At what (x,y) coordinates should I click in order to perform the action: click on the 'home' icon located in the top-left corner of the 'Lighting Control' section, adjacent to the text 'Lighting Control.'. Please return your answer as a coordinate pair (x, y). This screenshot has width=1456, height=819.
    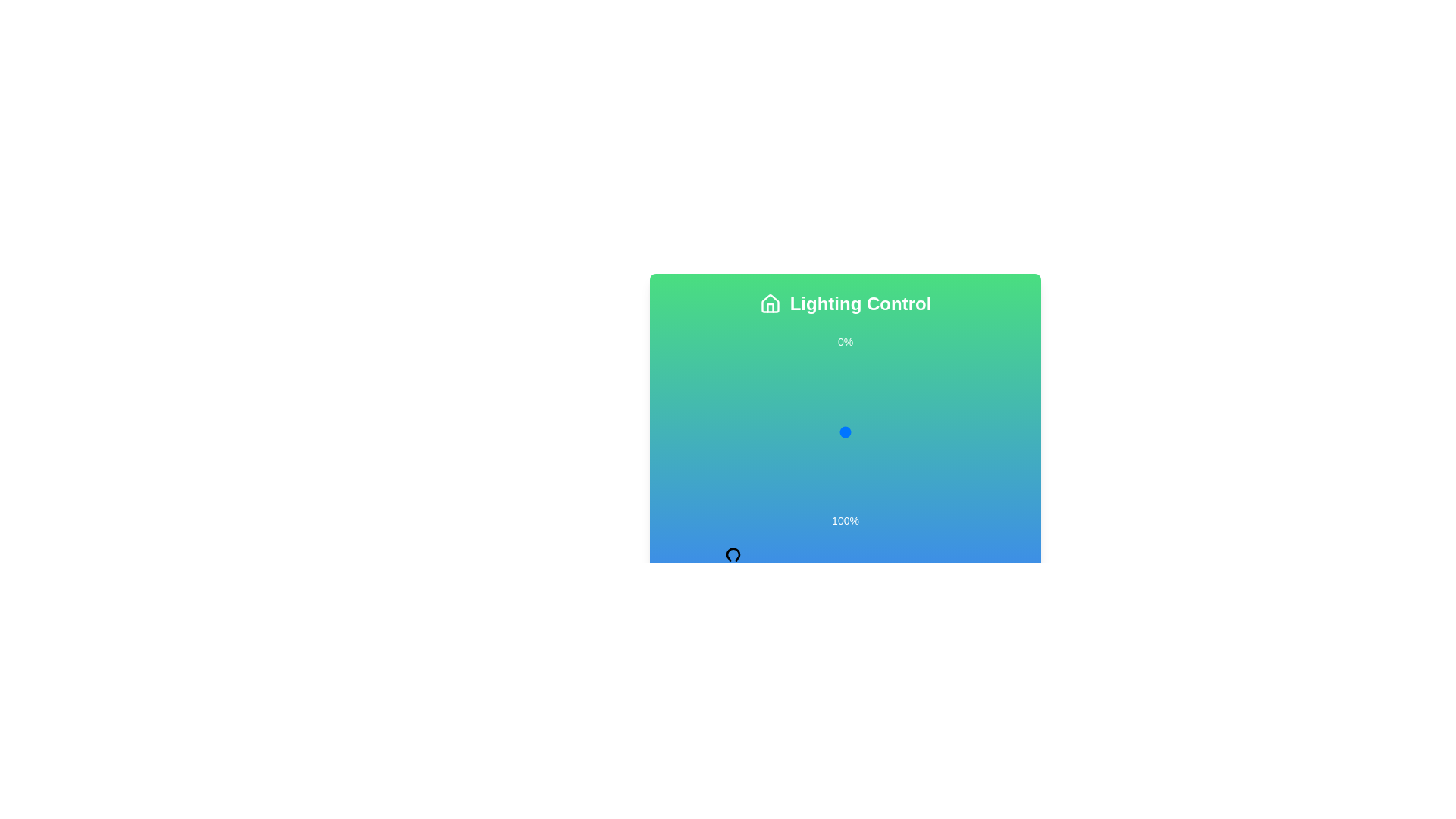
    Looking at the image, I should click on (770, 304).